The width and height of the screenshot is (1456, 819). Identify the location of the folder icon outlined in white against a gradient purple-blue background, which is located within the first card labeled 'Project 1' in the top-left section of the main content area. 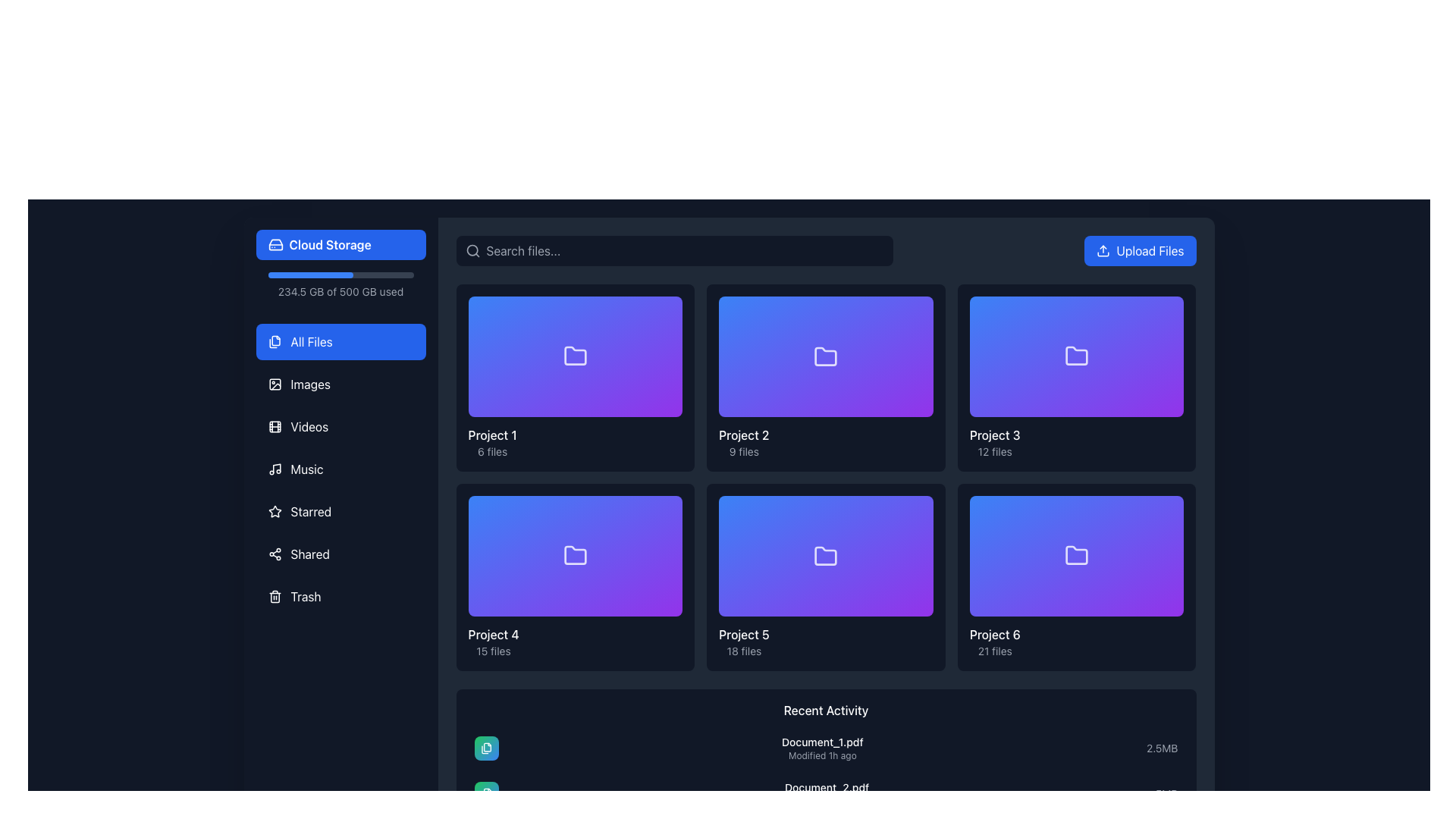
(574, 356).